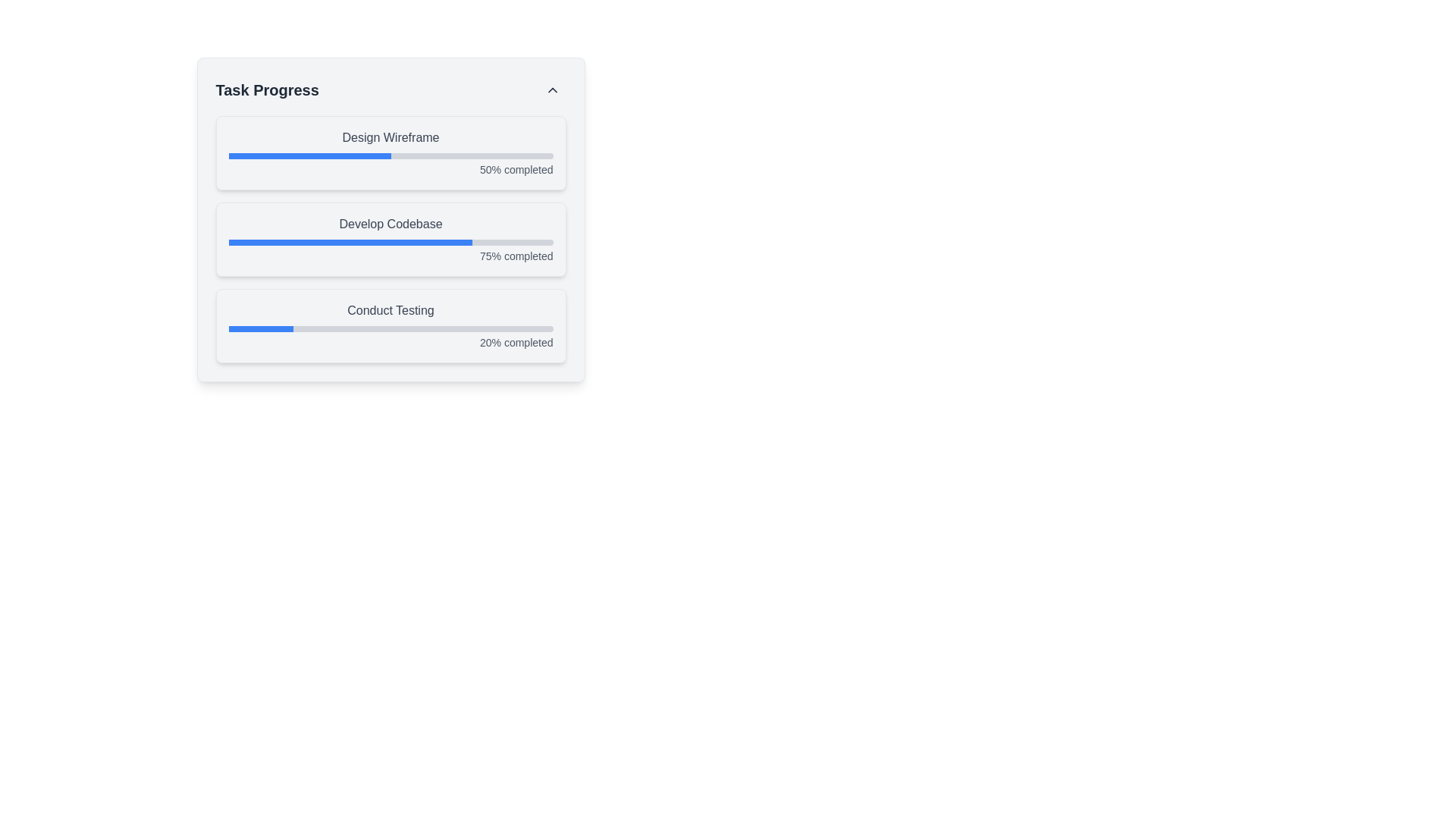 The width and height of the screenshot is (1456, 819). I want to click on the first progress bar in the vertical list that indicates 50% completion of the 'Design Wireframe' task, so click(309, 155).